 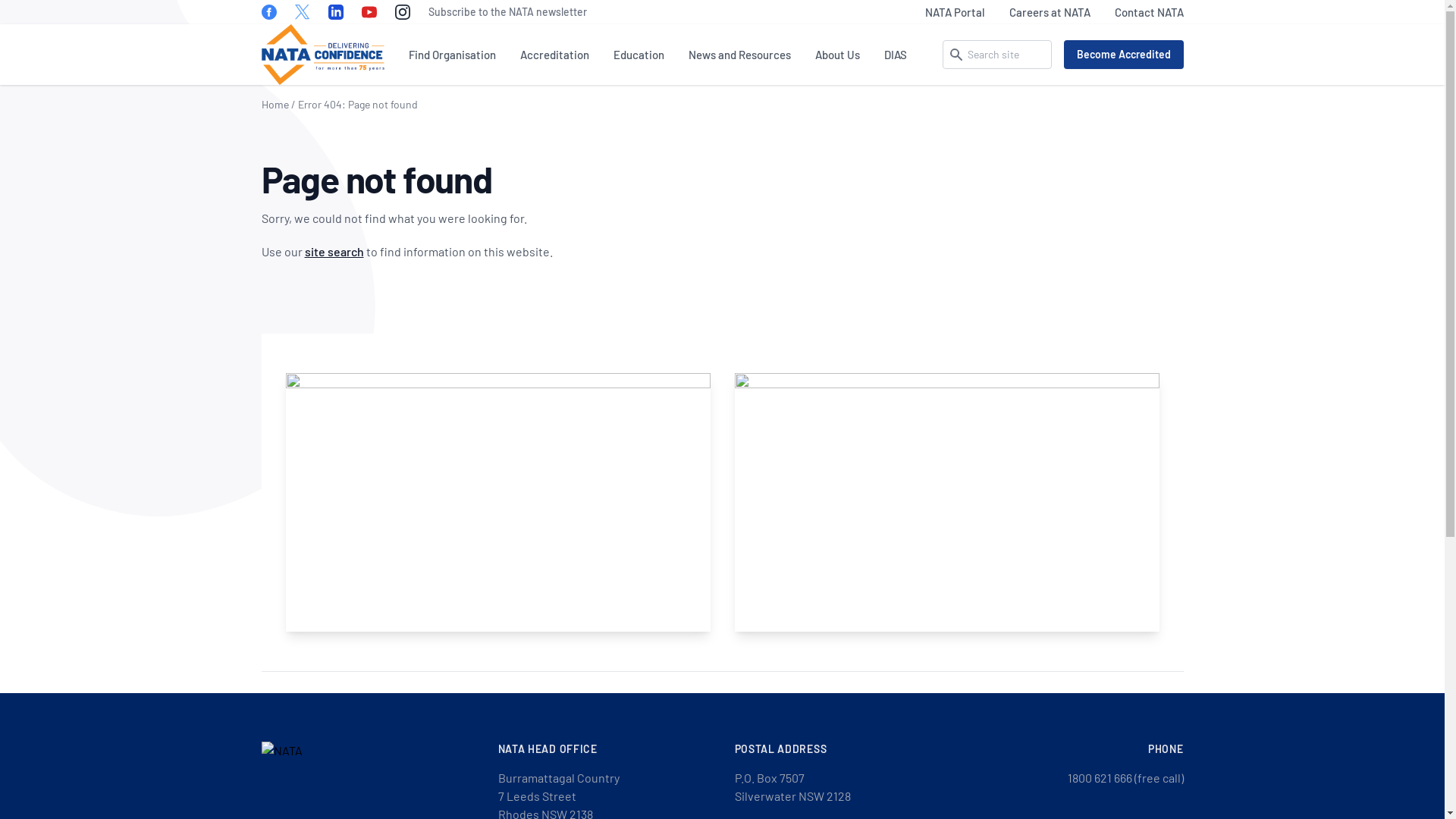 What do you see at coordinates (507, 11) in the screenshot?
I see `'Subscribe to the NATA newsletter'` at bounding box center [507, 11].